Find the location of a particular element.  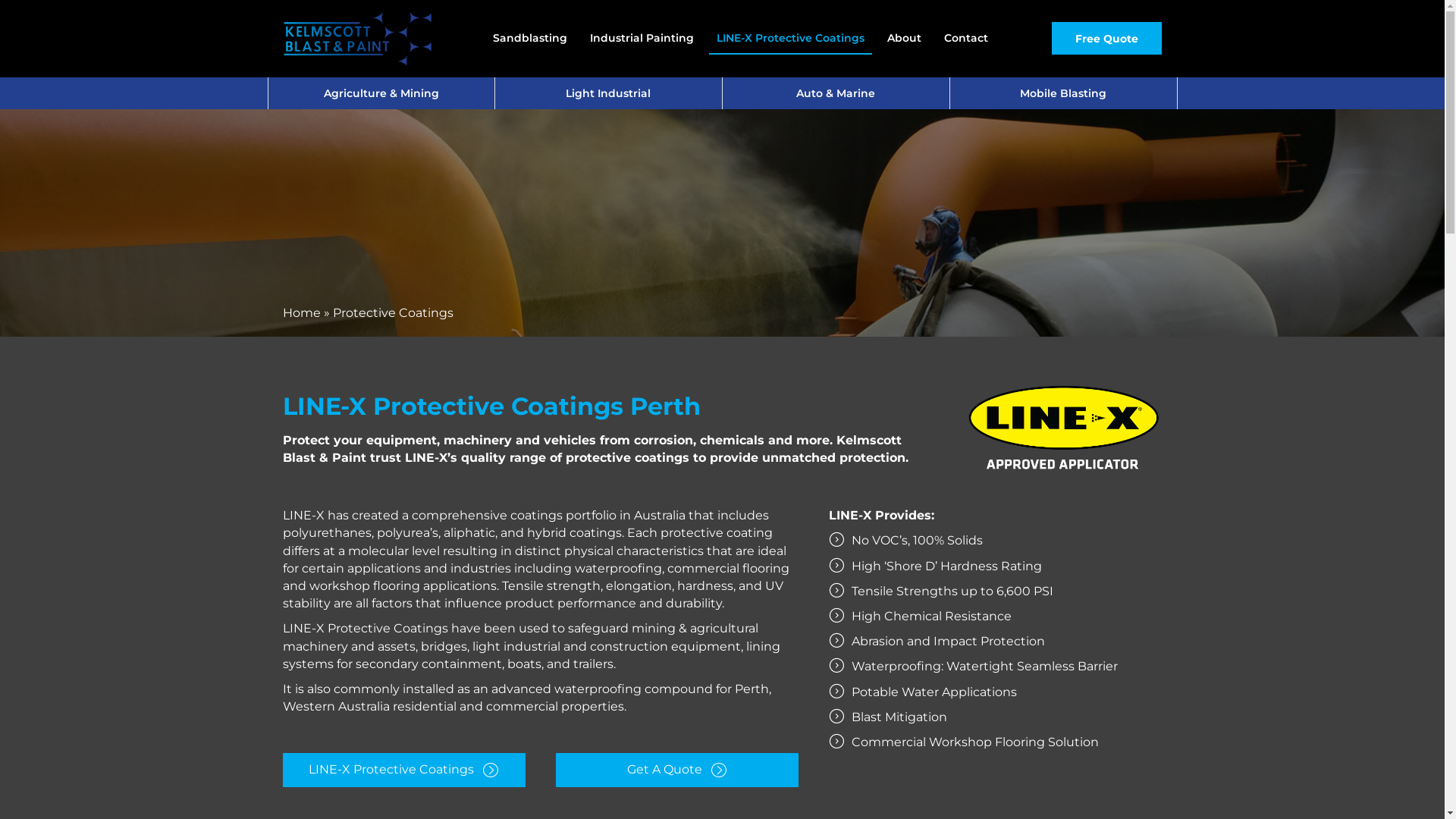

'Agriculture & Mining' is located at coordinates (381, 93).